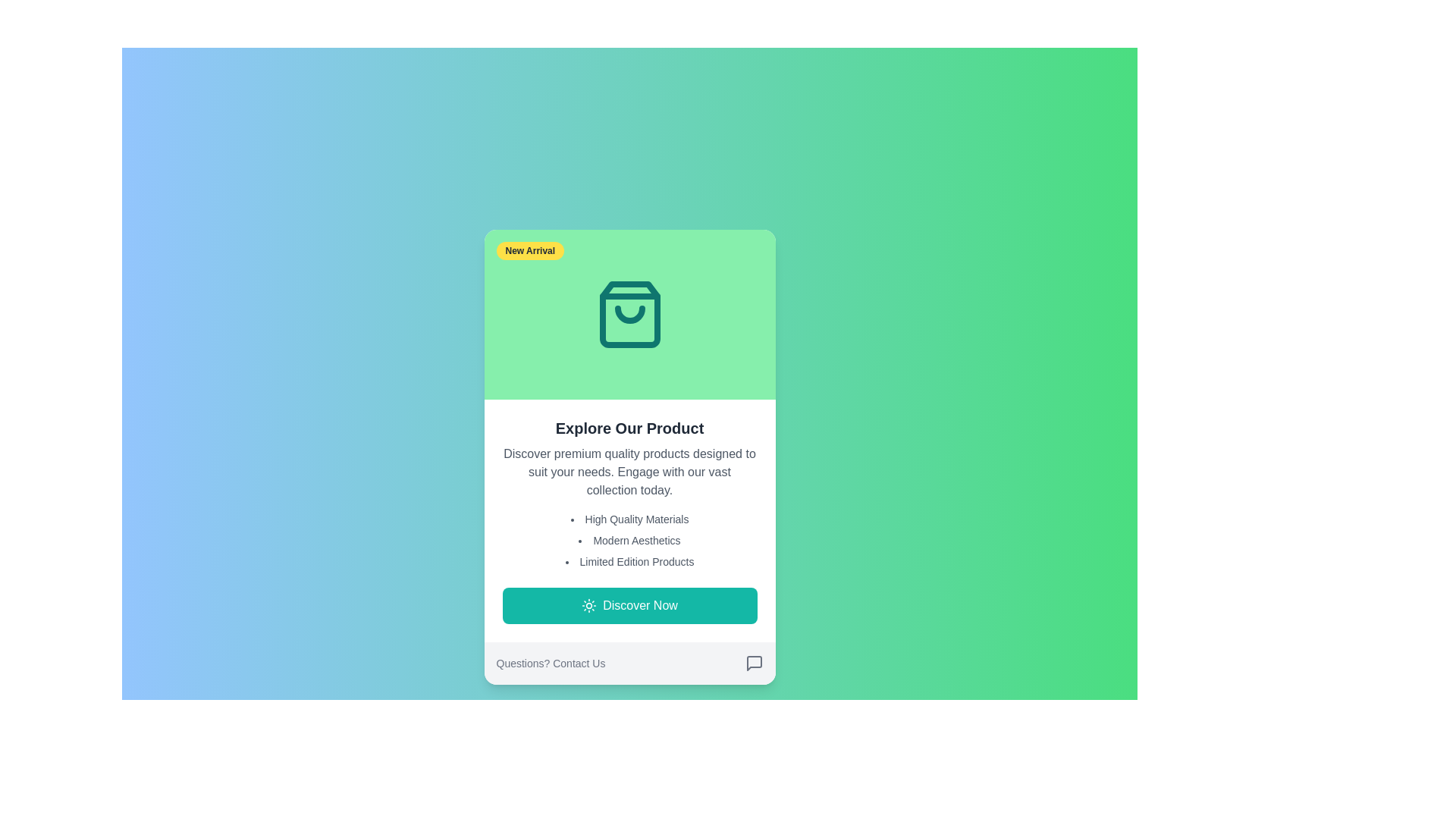  What do you see at coordinates (629, 314) in the screenshot?
I see `the teal shopping bag vector graphic located at the top-center of the card-style layout, which is the primary graphic above the text content` at bounding box center [629, 314].